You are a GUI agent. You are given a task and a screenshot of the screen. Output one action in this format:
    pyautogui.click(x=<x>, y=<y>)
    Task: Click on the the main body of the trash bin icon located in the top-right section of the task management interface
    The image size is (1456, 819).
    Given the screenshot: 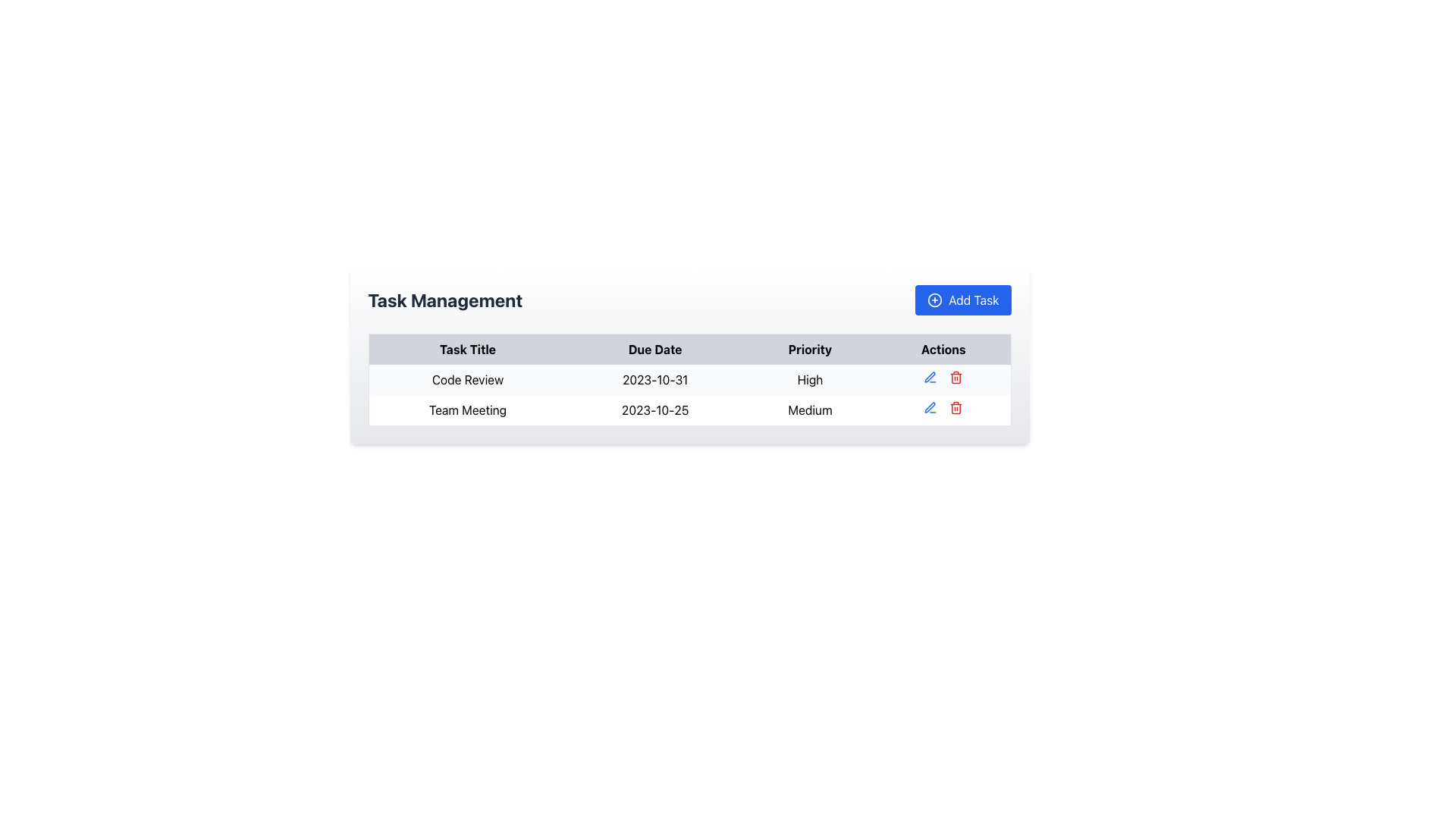 What is the action you would take?
    pyautogui.click(x=955, y=378)
    